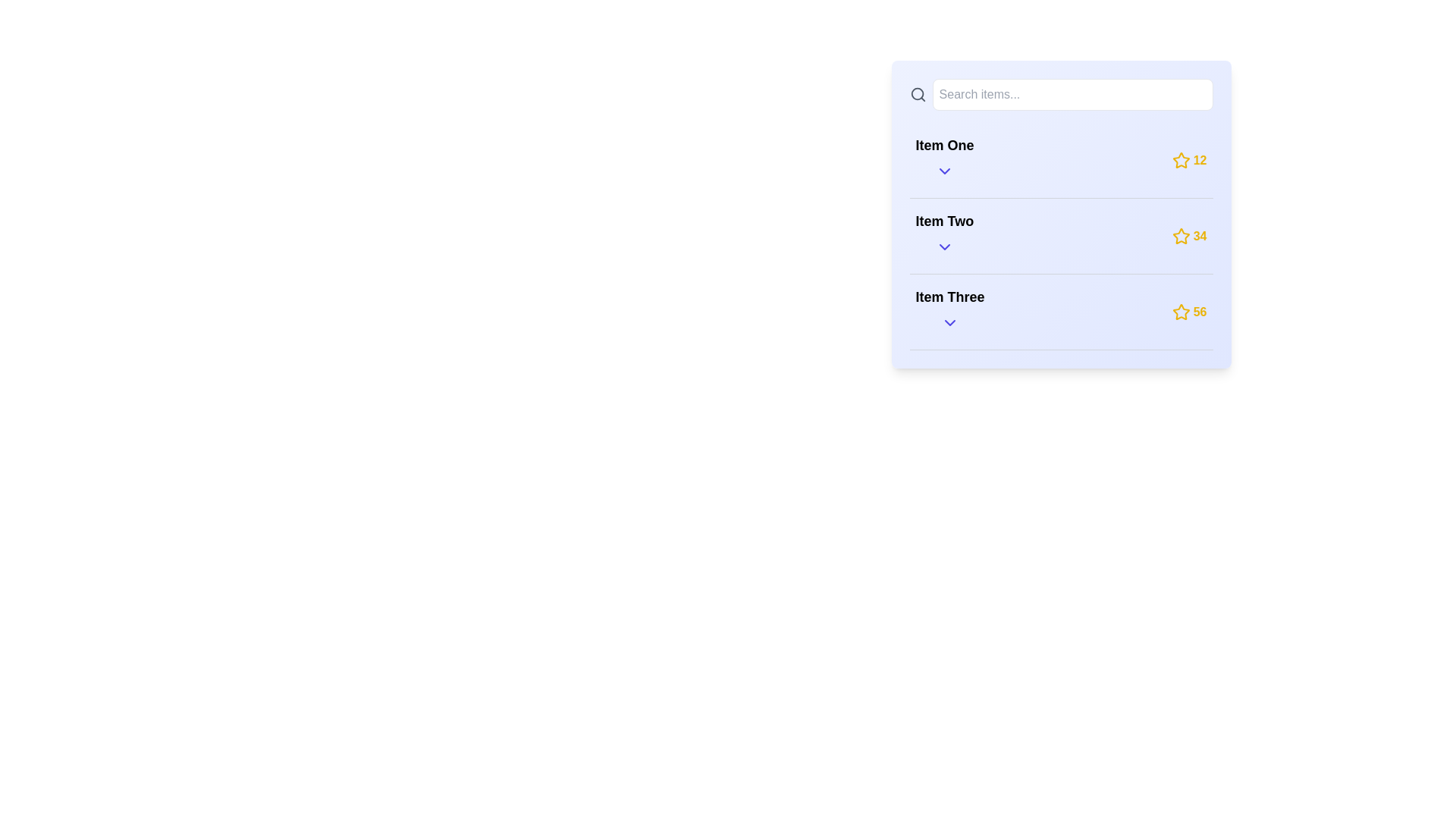 The image size is (1456, 819). What do you see at coordinates (917, 94) in the screenshot?
I see `the search icon to focus on the search bar` at bounding box center [917, 94].